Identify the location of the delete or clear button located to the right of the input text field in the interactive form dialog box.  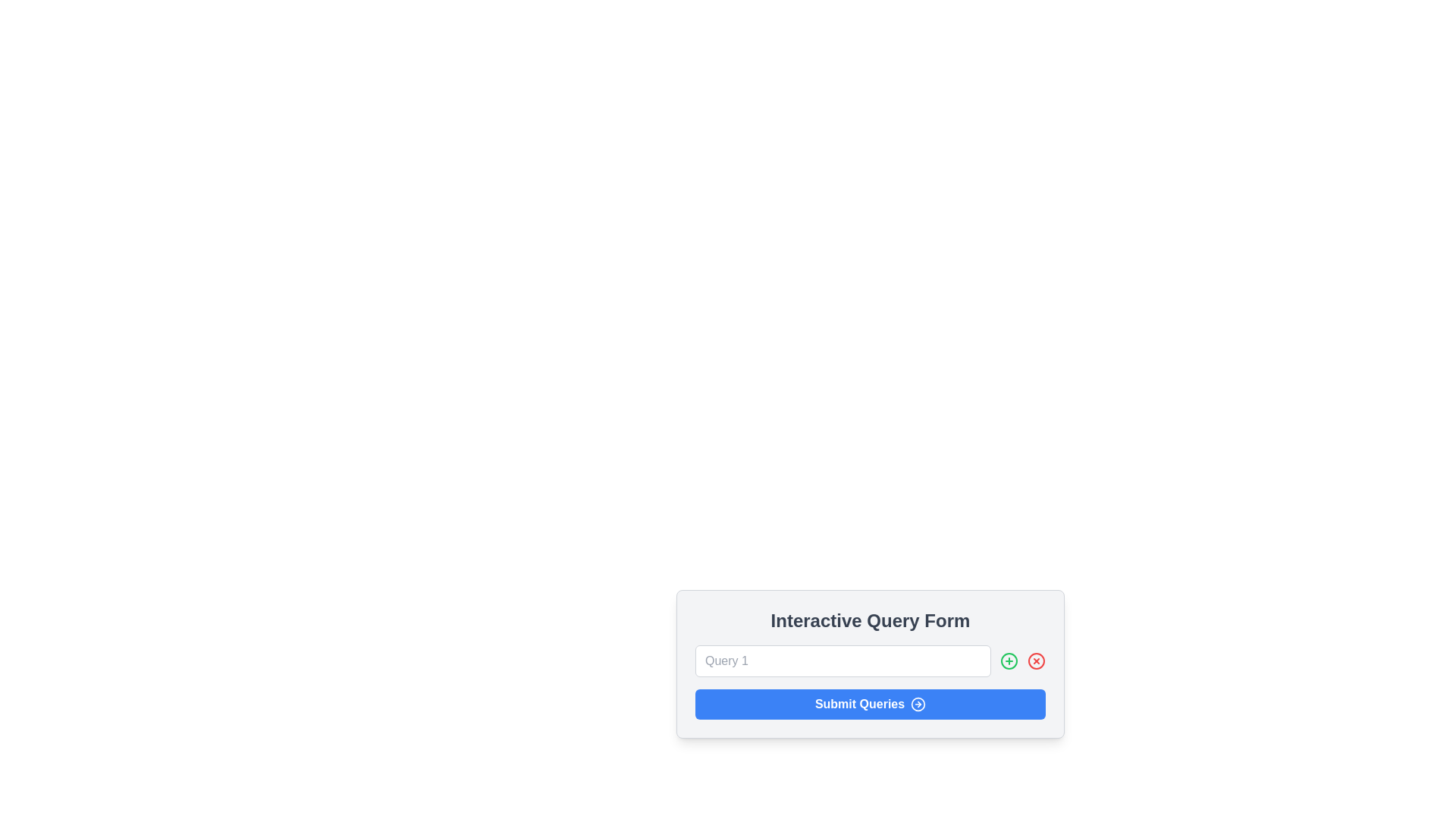
(1036, 660).